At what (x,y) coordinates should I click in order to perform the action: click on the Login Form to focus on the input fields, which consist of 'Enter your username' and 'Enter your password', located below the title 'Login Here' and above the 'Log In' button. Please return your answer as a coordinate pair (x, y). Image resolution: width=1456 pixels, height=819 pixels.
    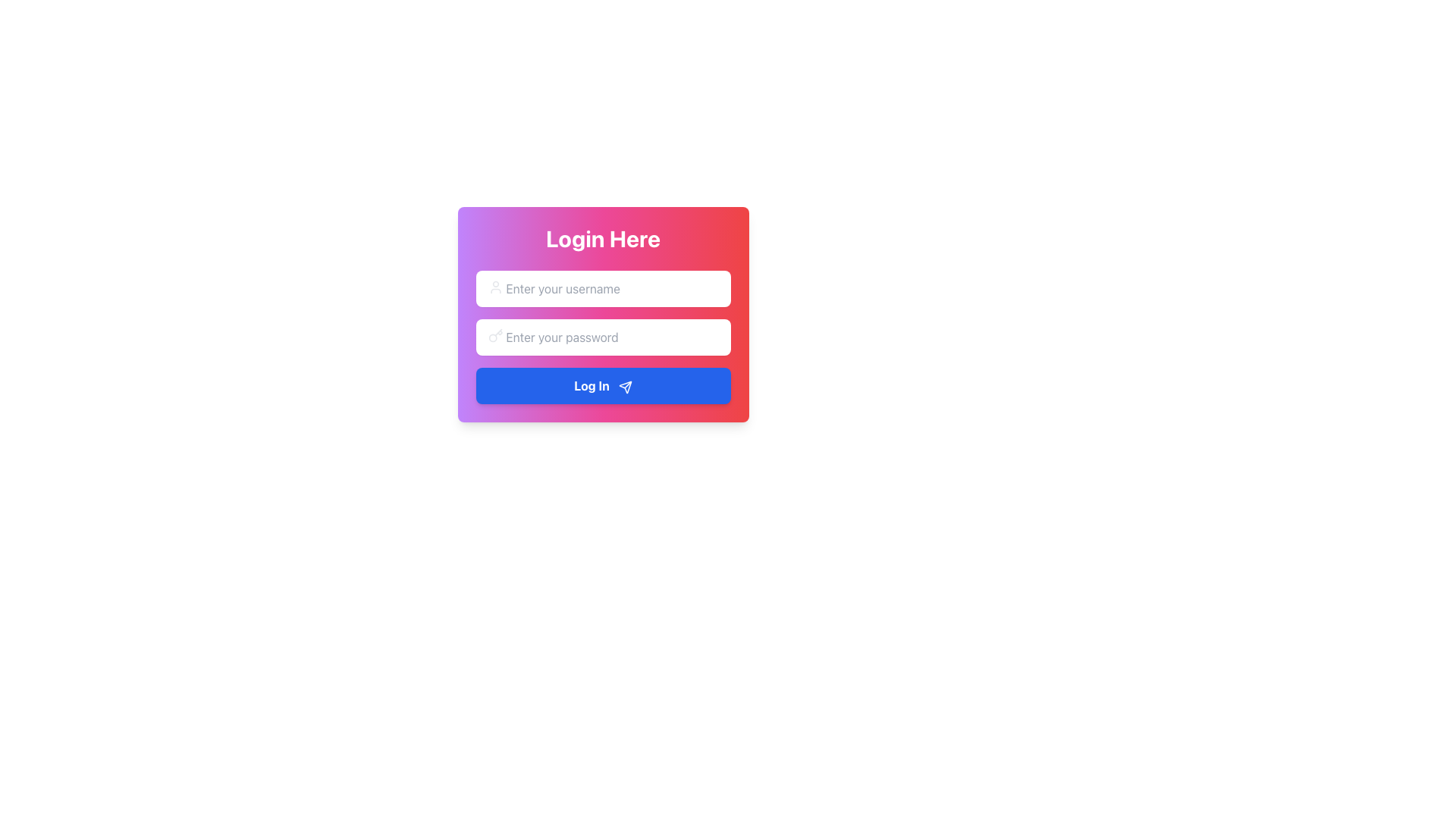
    Looking at the image, I should click on (602, 336).